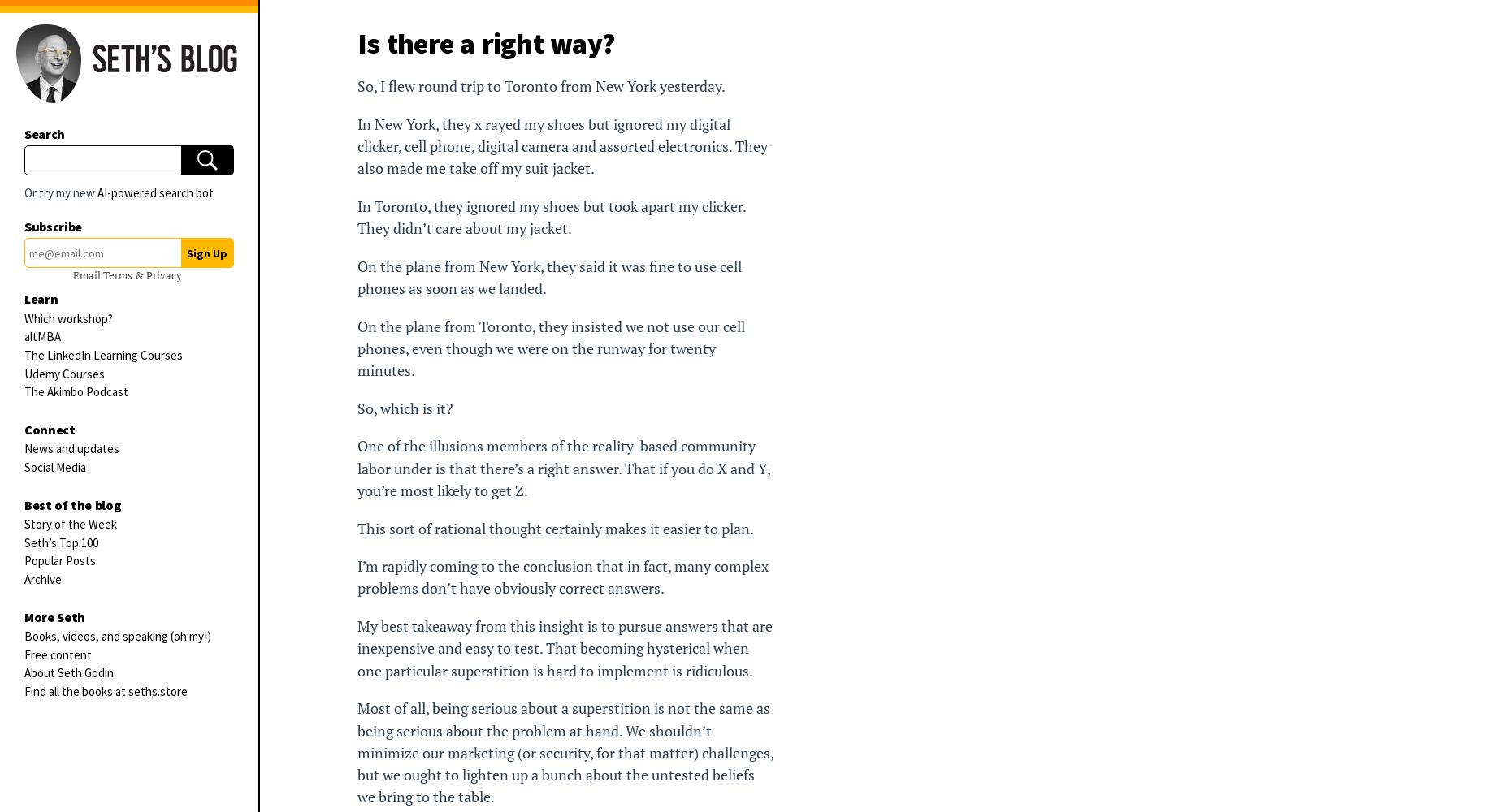 The image size is (1503, 812). What do you see at coordinates (555, 528) in the screenshot?
I see `'This sort of rational thought certainly makes it easier to plan.'` at bounding box center [555, 528].